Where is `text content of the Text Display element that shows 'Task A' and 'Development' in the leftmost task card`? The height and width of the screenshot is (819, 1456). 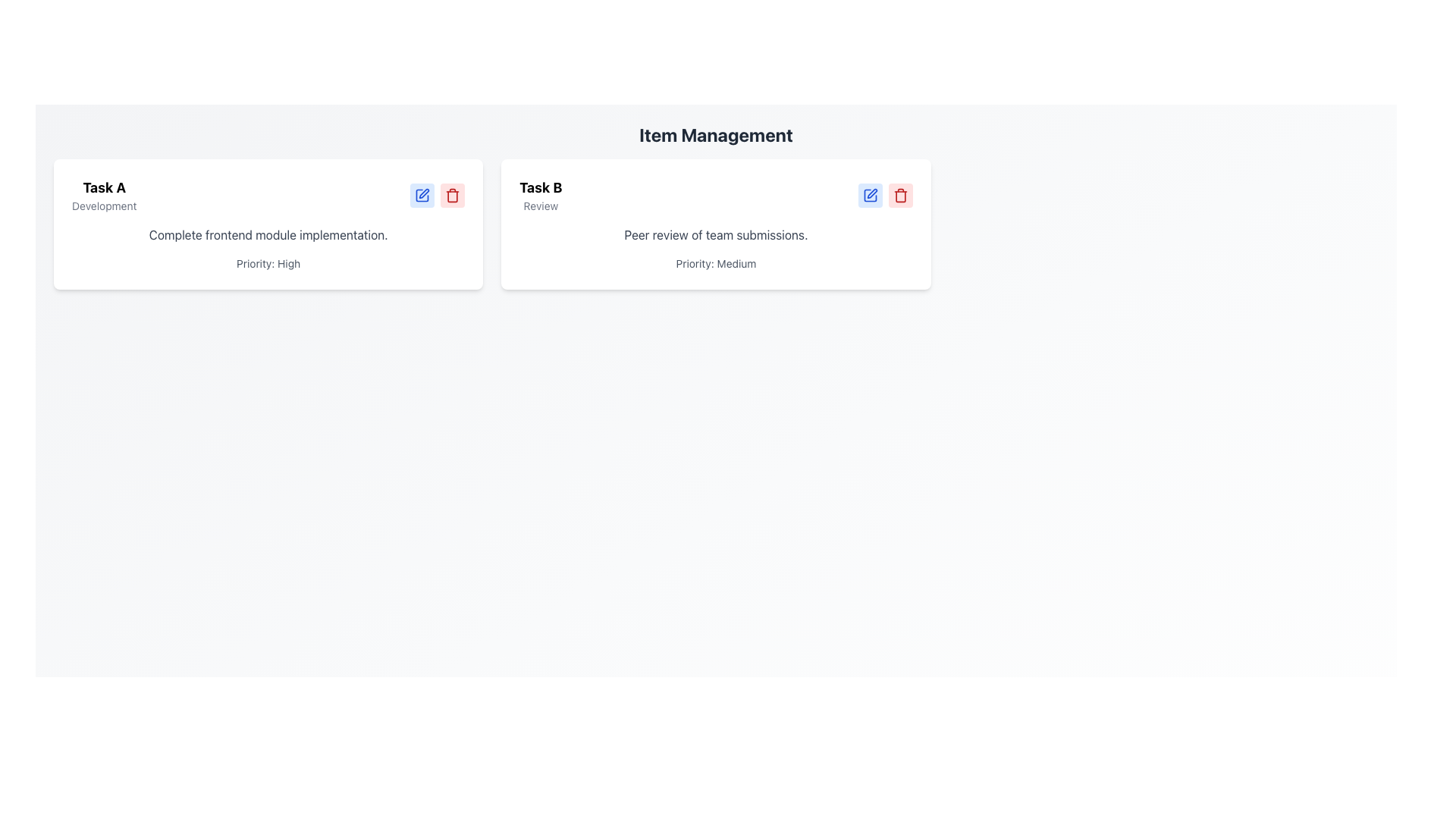 text content of the Text Display element that shows 'Task A' and 'Development' in the leftmost task card is located at coordinates (103, 195).